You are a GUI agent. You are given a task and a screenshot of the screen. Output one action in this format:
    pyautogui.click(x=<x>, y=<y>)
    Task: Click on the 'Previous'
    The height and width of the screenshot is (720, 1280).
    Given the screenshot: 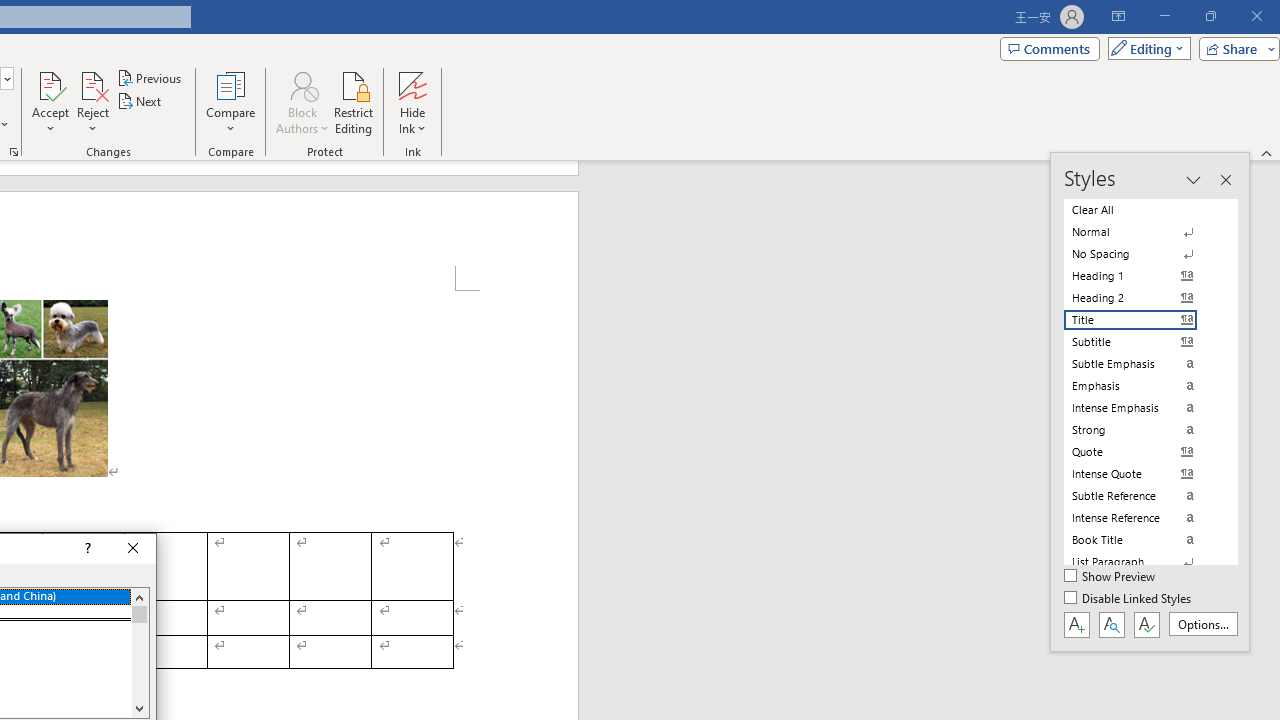 What is the action you would take?
    pyautogui.click(x=150, y=77)
    